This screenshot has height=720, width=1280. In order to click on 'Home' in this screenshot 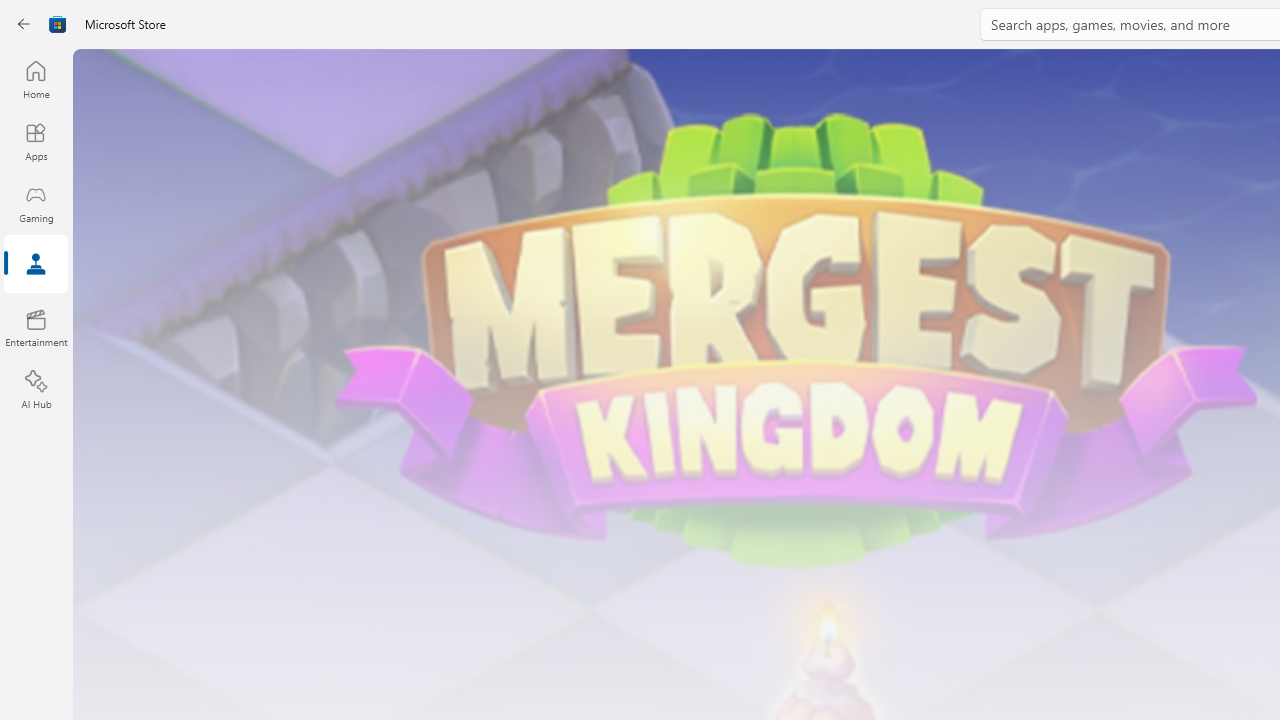, I will do `click(35, 78)`.